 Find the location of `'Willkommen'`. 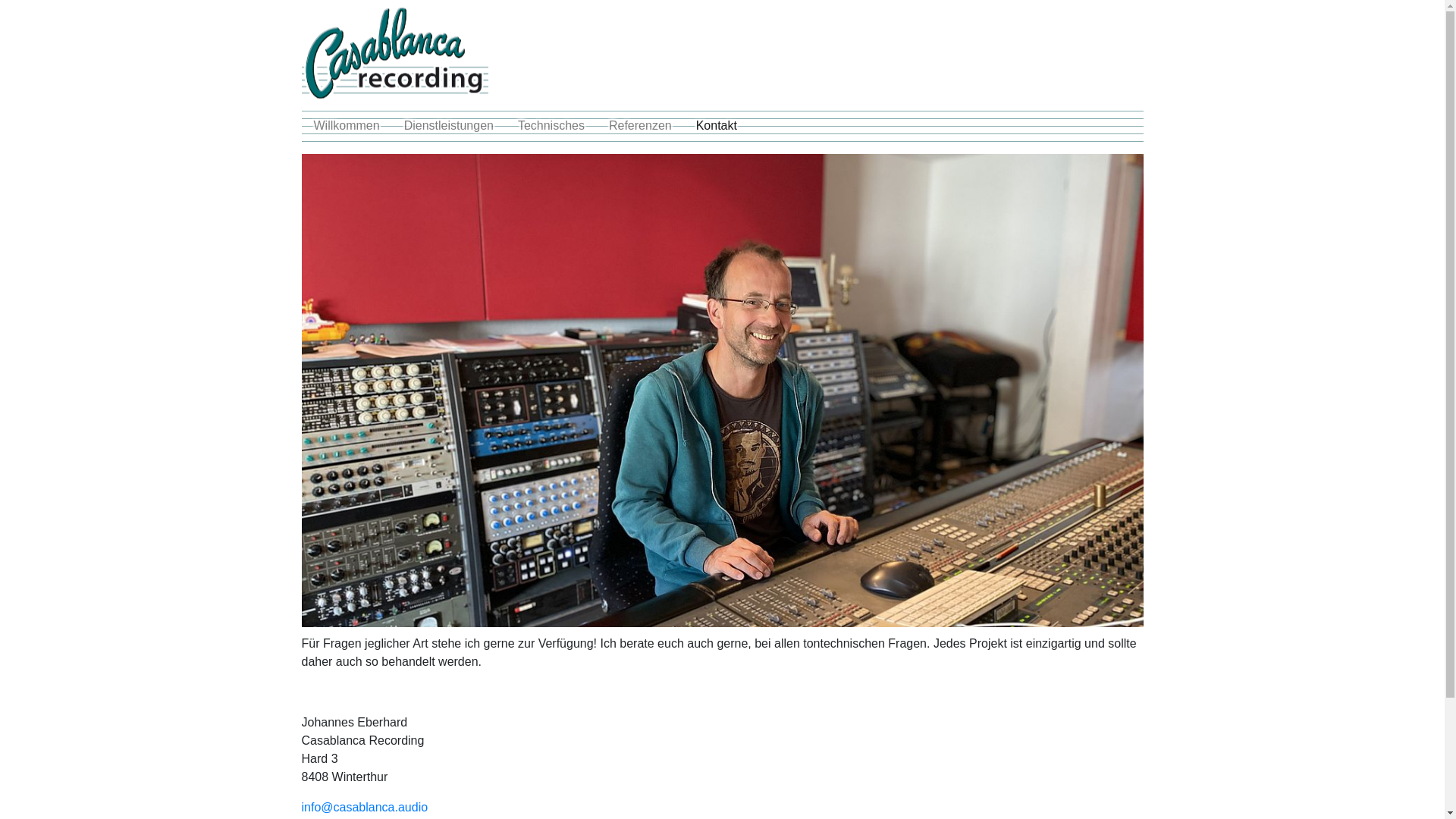

'Willkommen' is located at coordinates (346, 124).